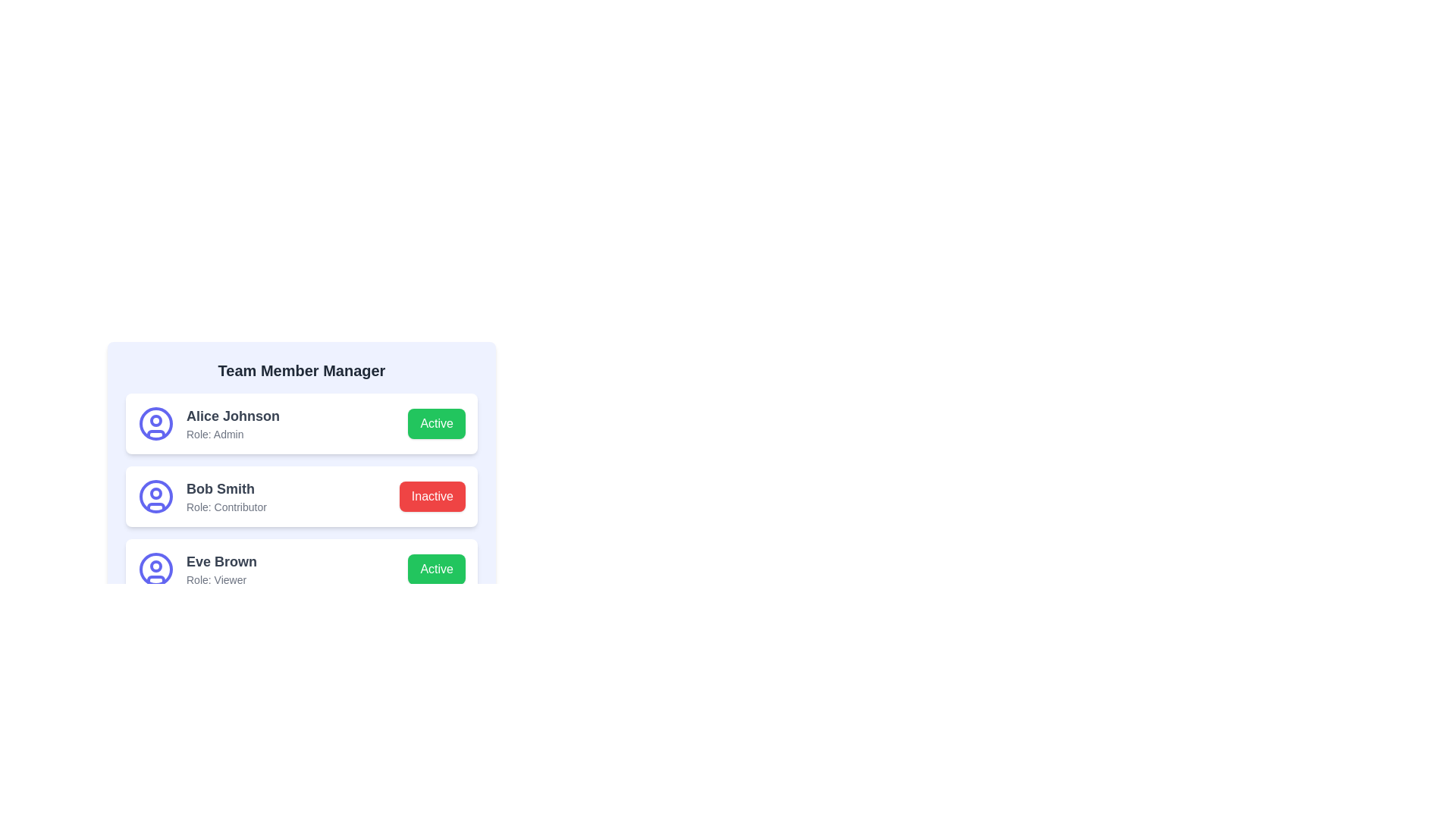  I want to click on the text label that serves as the header for the Team Member Manager interface, located at the top center of the card, so click(302, 371).